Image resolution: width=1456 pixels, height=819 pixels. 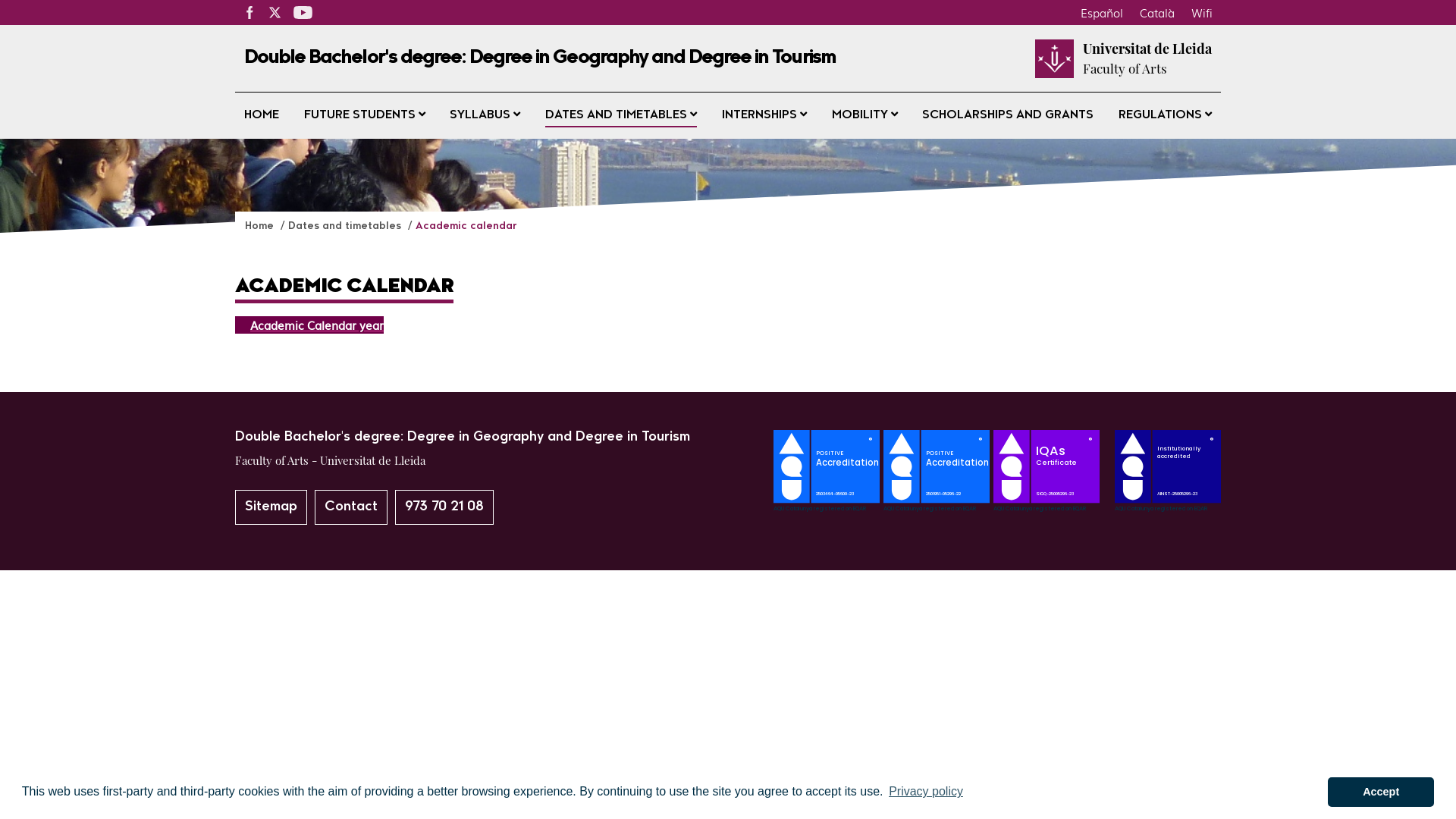 I want to click on 'MOBILITY', so click(x=864, y=115).